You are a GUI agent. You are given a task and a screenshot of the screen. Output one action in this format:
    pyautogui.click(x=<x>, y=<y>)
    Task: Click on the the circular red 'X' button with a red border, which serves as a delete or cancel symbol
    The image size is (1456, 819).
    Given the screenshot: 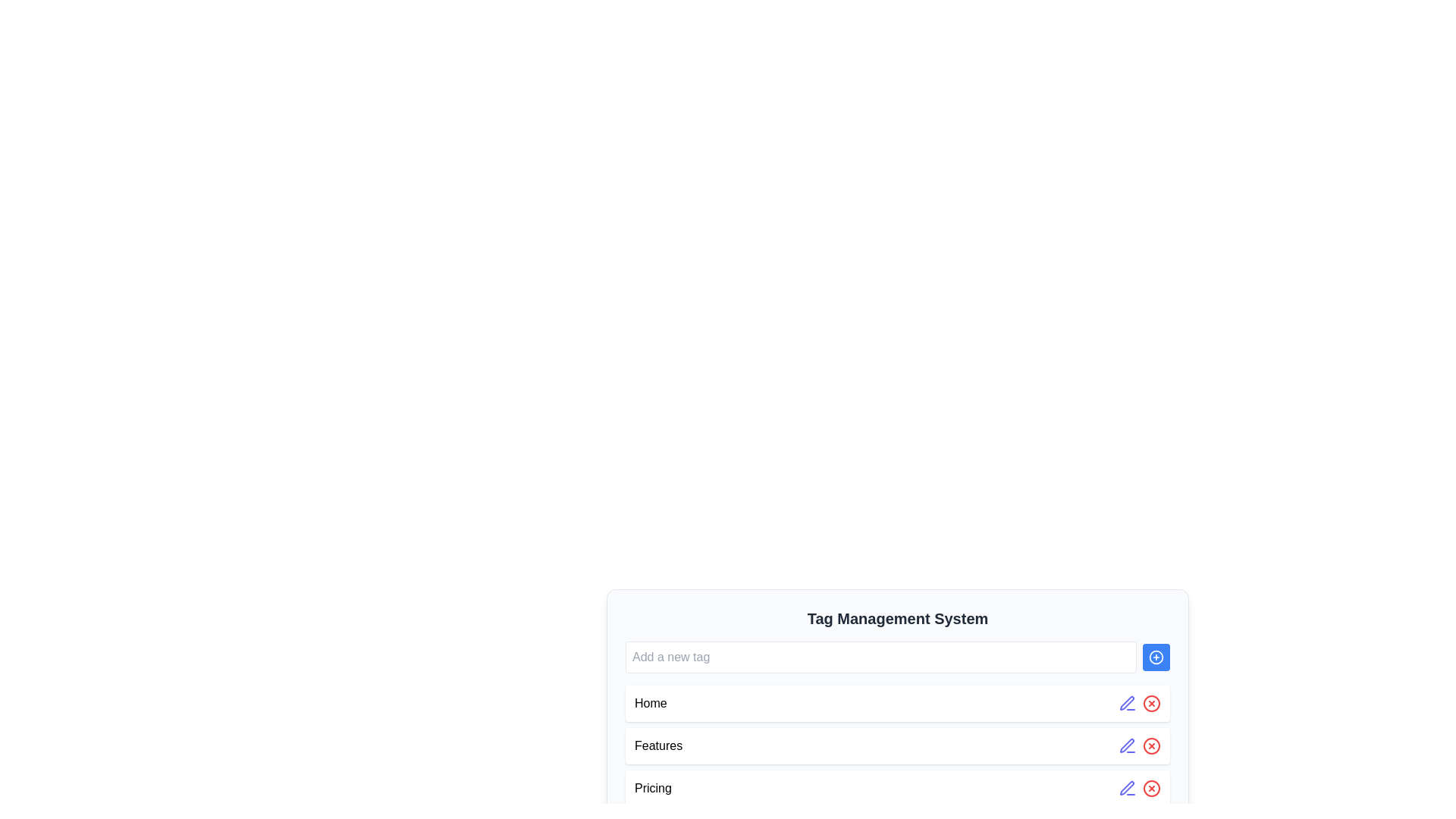 What is the action you would take?
    pyautogui.click(x=1151, y=788)
    